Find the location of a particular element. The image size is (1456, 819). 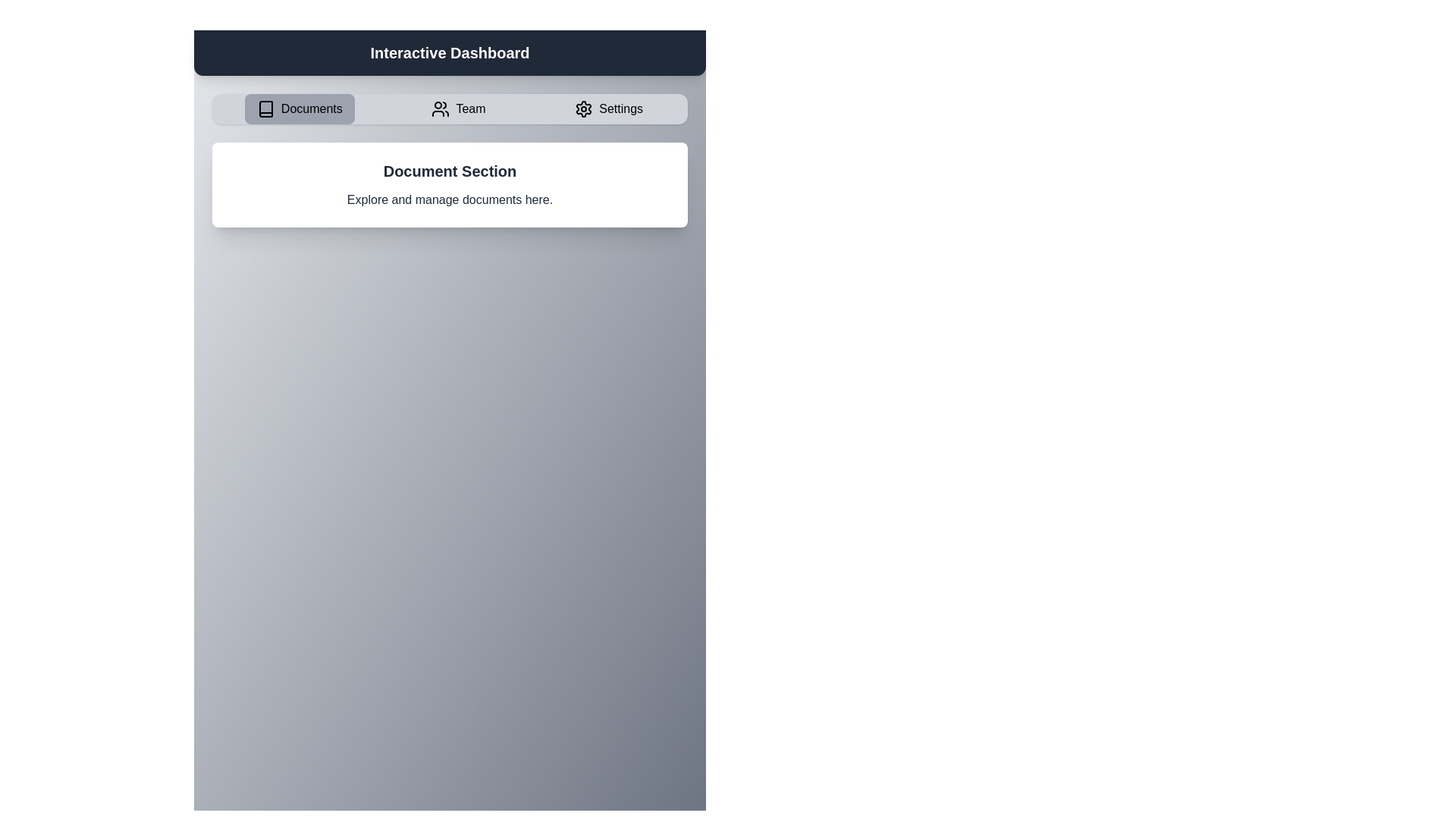

'Settings' icon located in the upper navigation bar, to the right of the 'Team' button, for customization is located at coordinates (583, 108).